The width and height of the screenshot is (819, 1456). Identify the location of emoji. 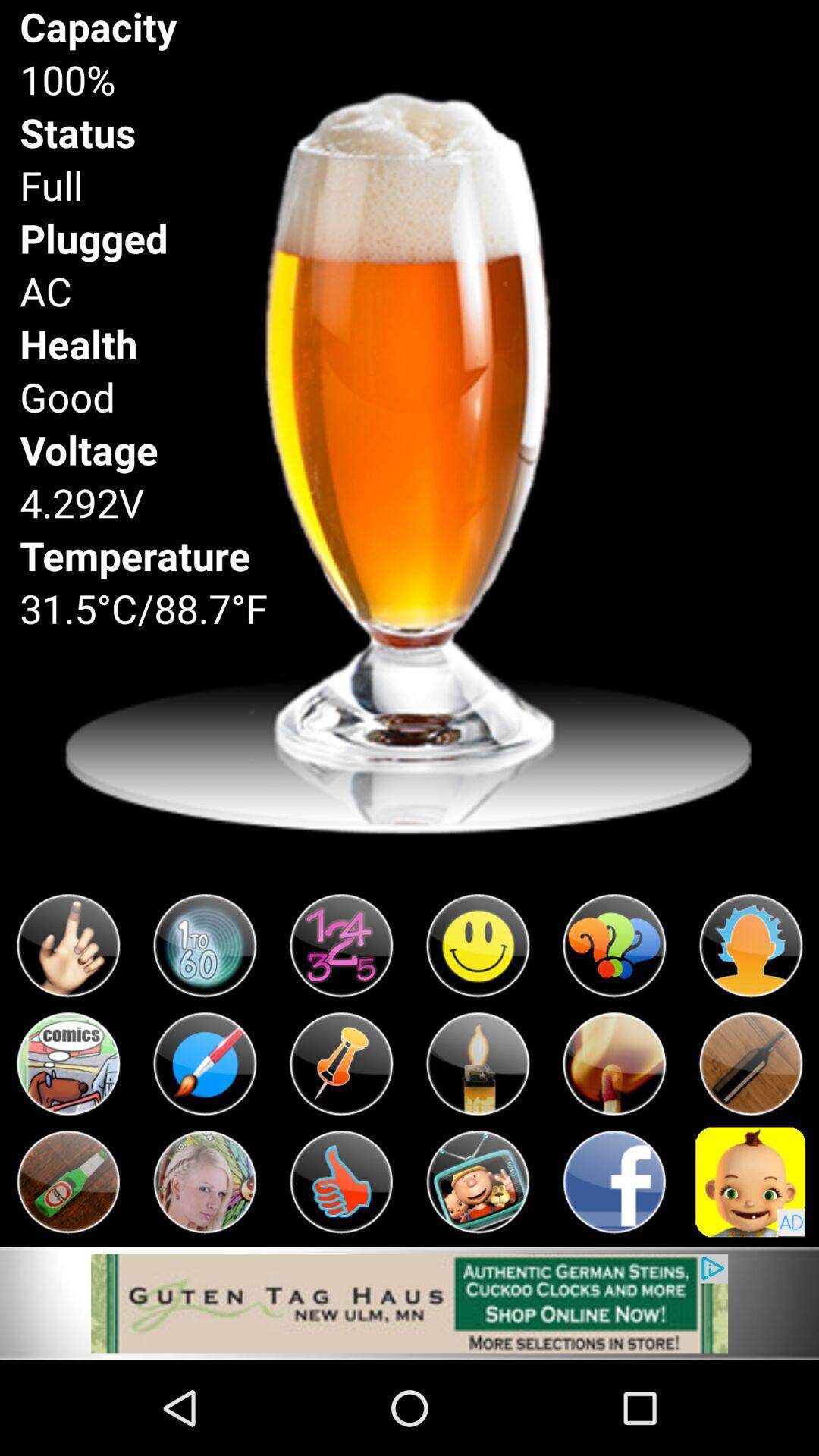
(67, 945).